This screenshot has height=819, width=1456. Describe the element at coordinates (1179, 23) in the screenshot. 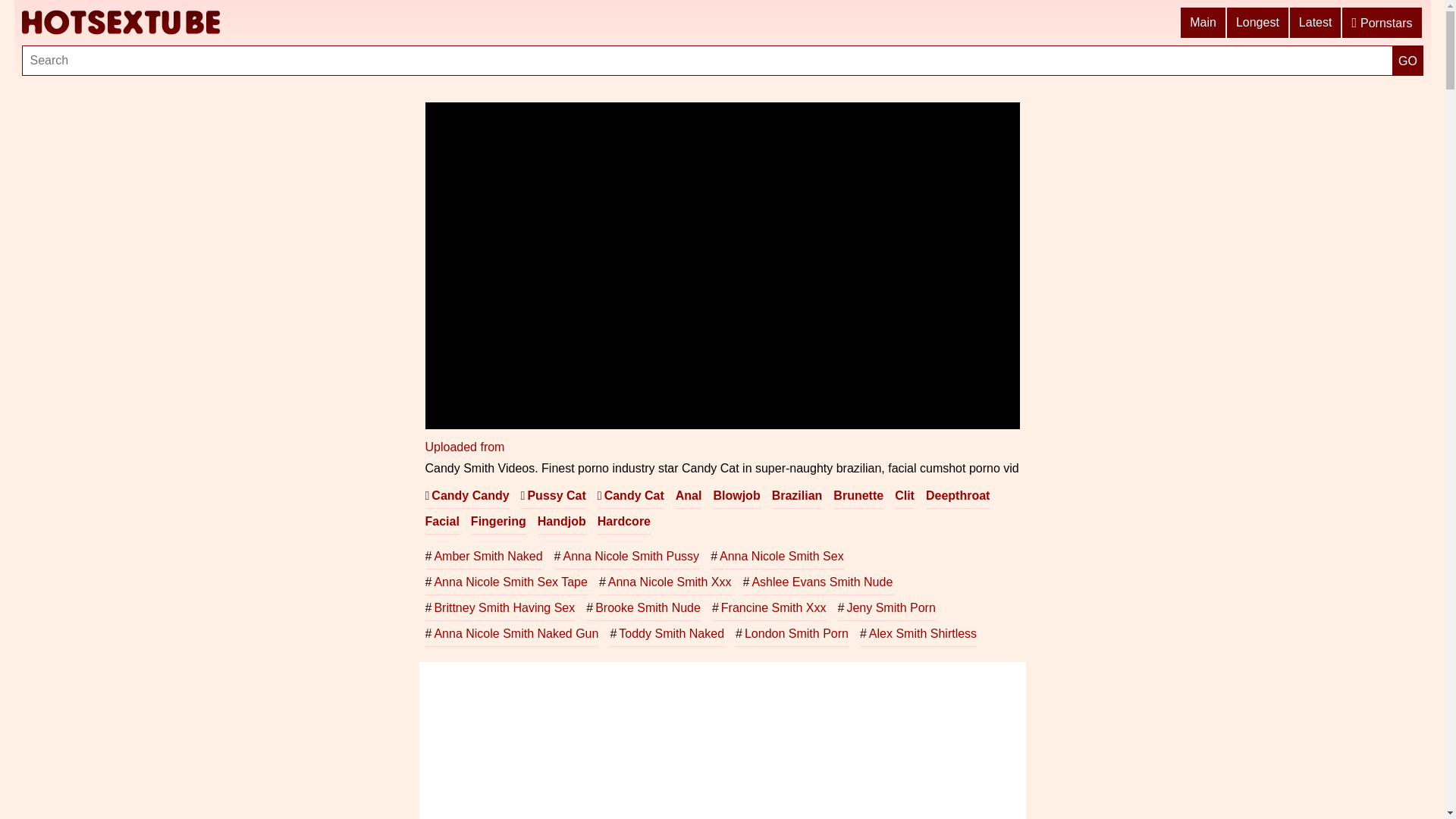

I see `'Main'` at that location.